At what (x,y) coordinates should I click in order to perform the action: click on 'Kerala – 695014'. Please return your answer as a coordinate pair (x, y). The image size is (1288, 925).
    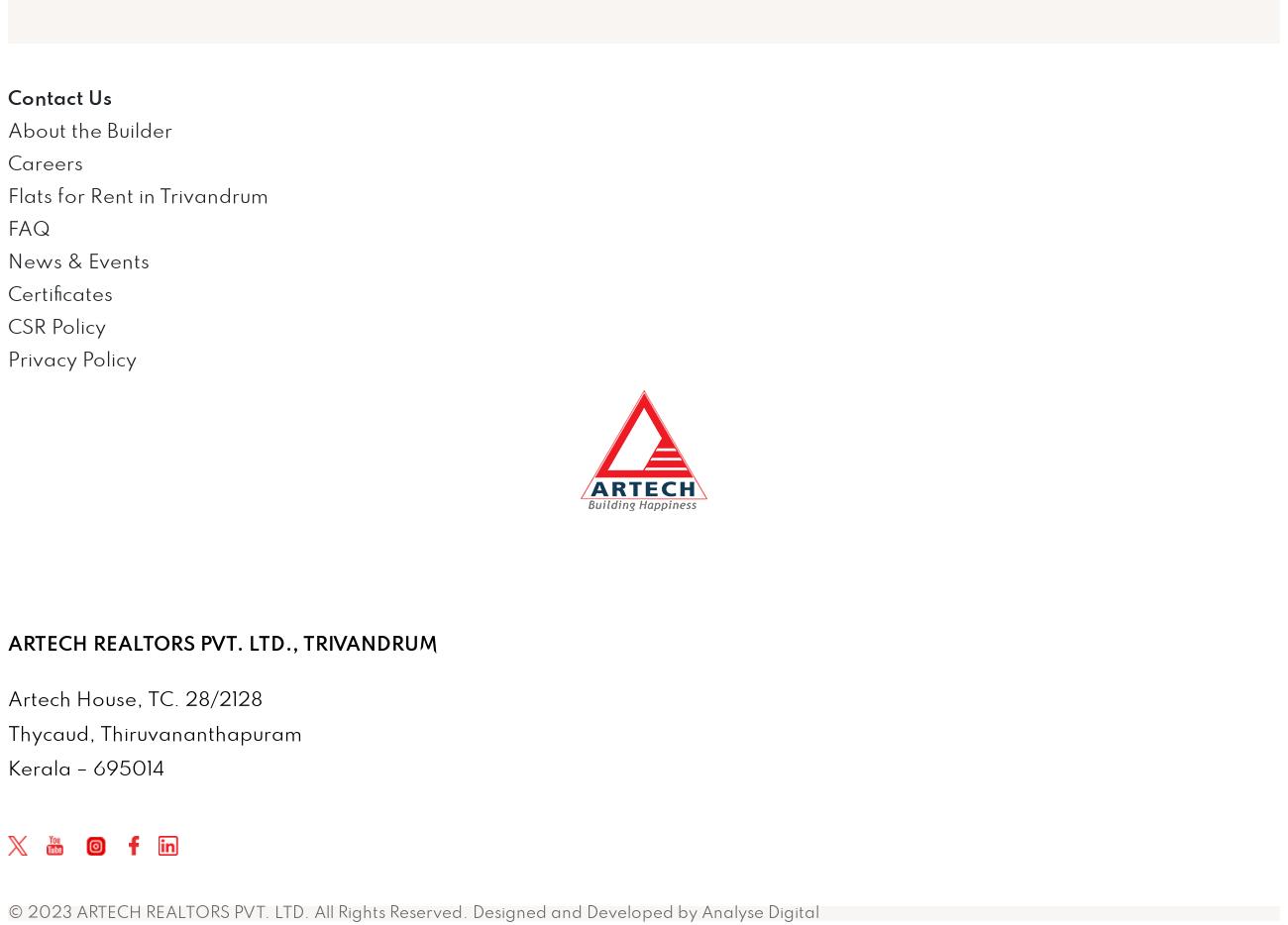
    Looking at the image, I should click on (85, 770).